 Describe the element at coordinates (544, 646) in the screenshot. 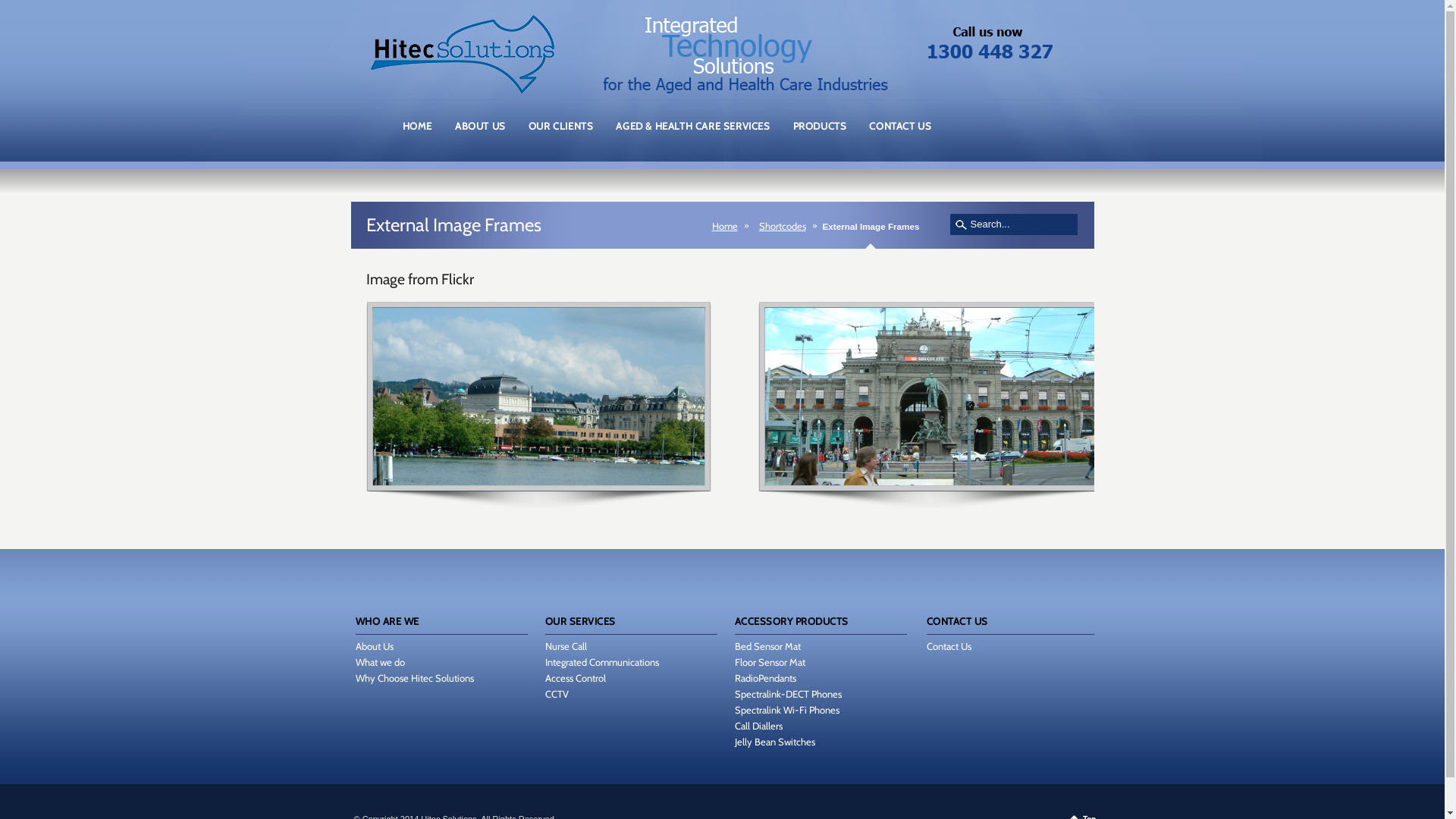

I see `'Nurse Call'` at that location.